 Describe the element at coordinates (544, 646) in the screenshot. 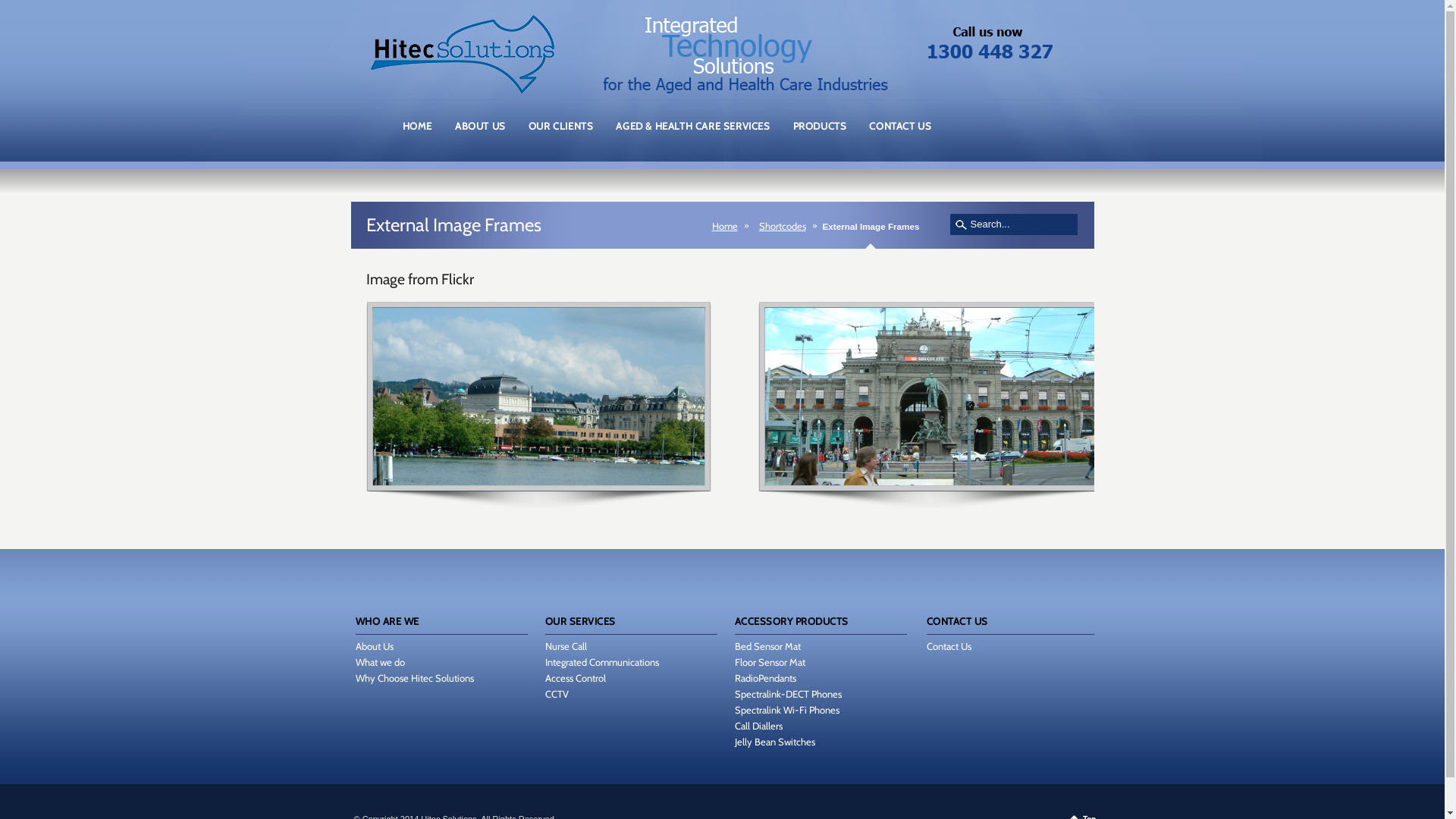

I see `'Nurse Call'` at that location.